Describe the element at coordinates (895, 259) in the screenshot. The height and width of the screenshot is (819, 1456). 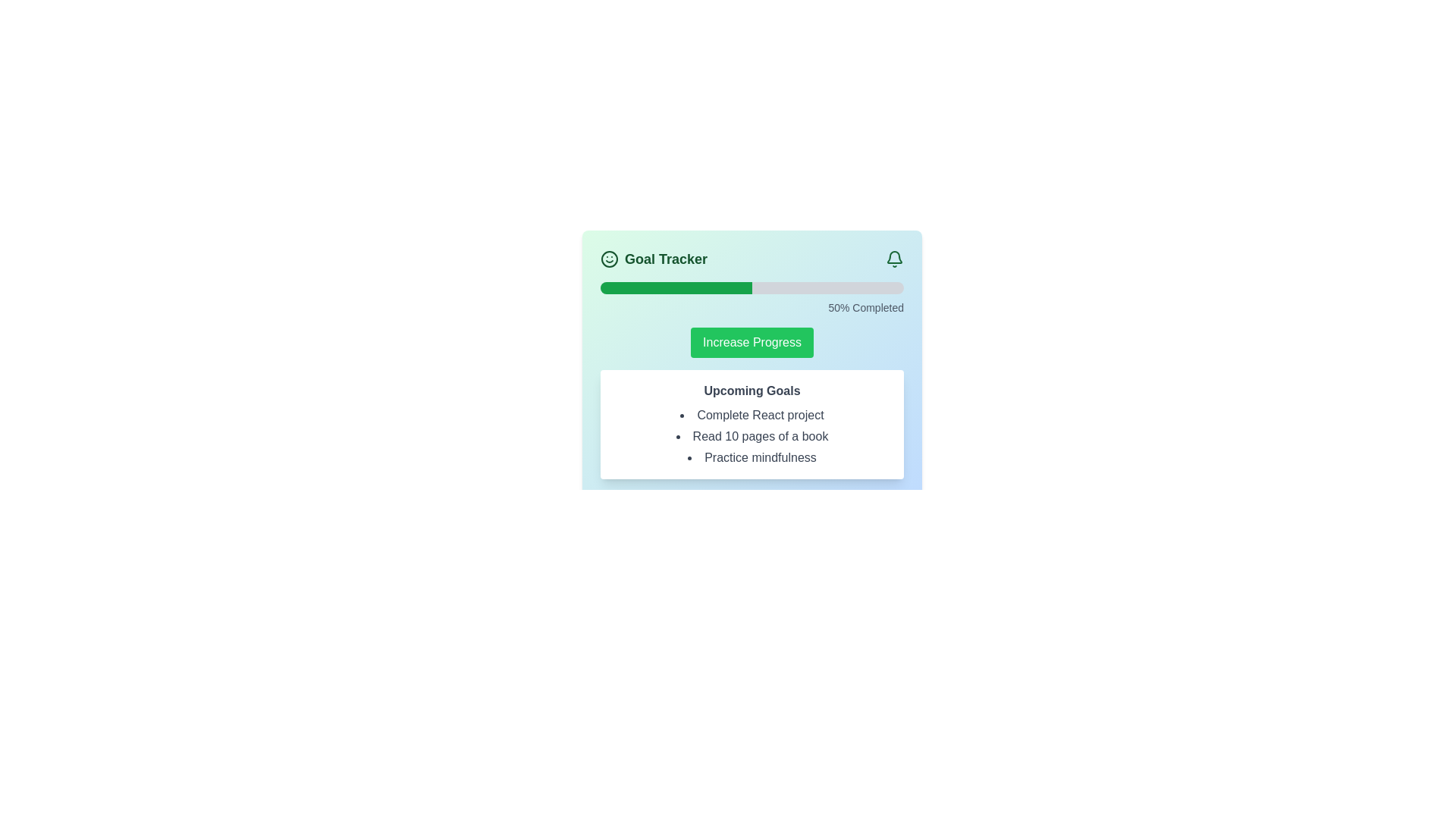
I see `the green bell-shaped notification icon located in the top-right section of the 'Goal Tracker' header area` at that location.